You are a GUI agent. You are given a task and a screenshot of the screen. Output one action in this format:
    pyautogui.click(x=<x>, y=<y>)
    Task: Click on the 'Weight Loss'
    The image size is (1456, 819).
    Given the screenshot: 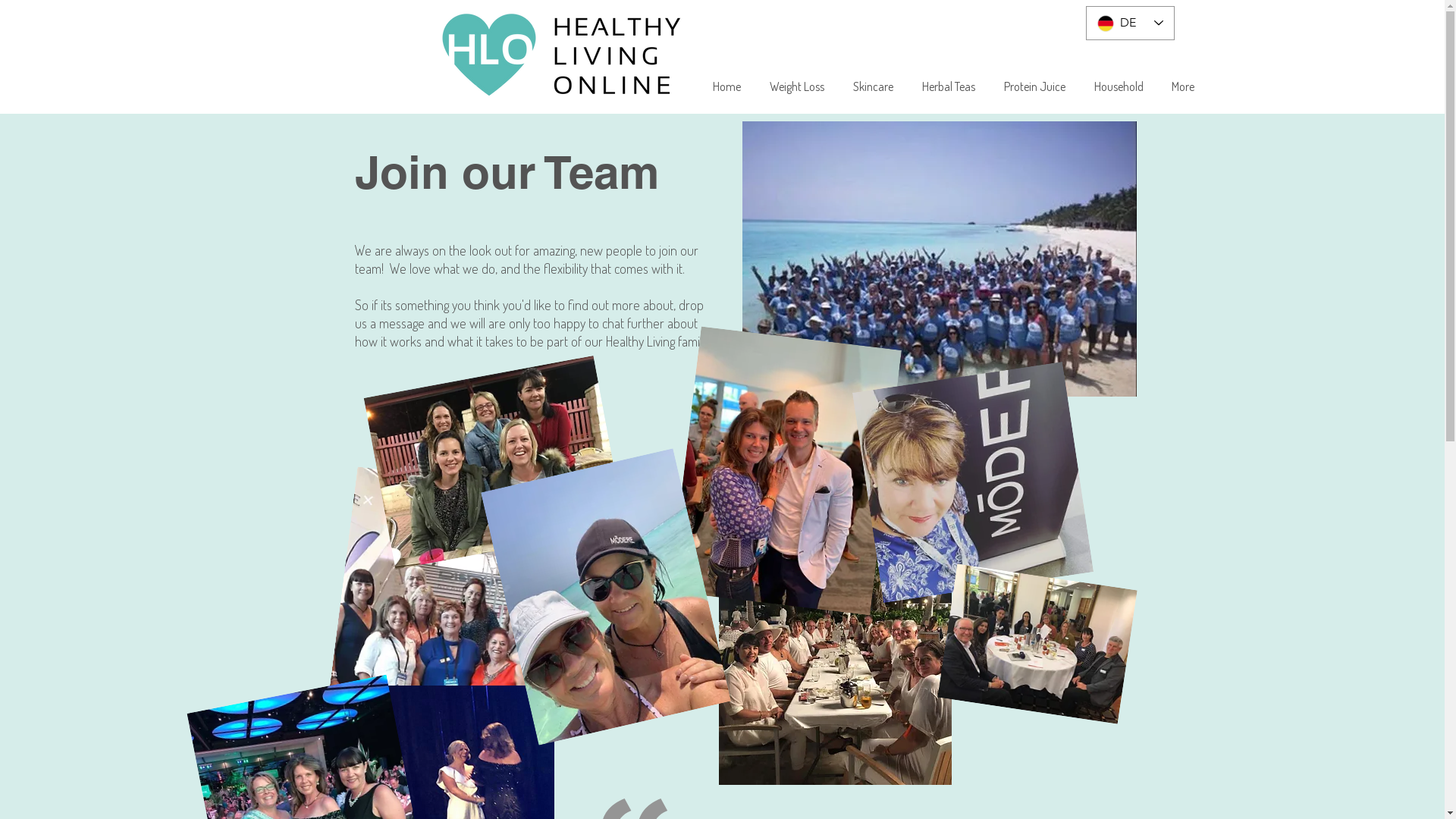 What is the action you would take?
    pyautogui.click(x=796, y=86)
    